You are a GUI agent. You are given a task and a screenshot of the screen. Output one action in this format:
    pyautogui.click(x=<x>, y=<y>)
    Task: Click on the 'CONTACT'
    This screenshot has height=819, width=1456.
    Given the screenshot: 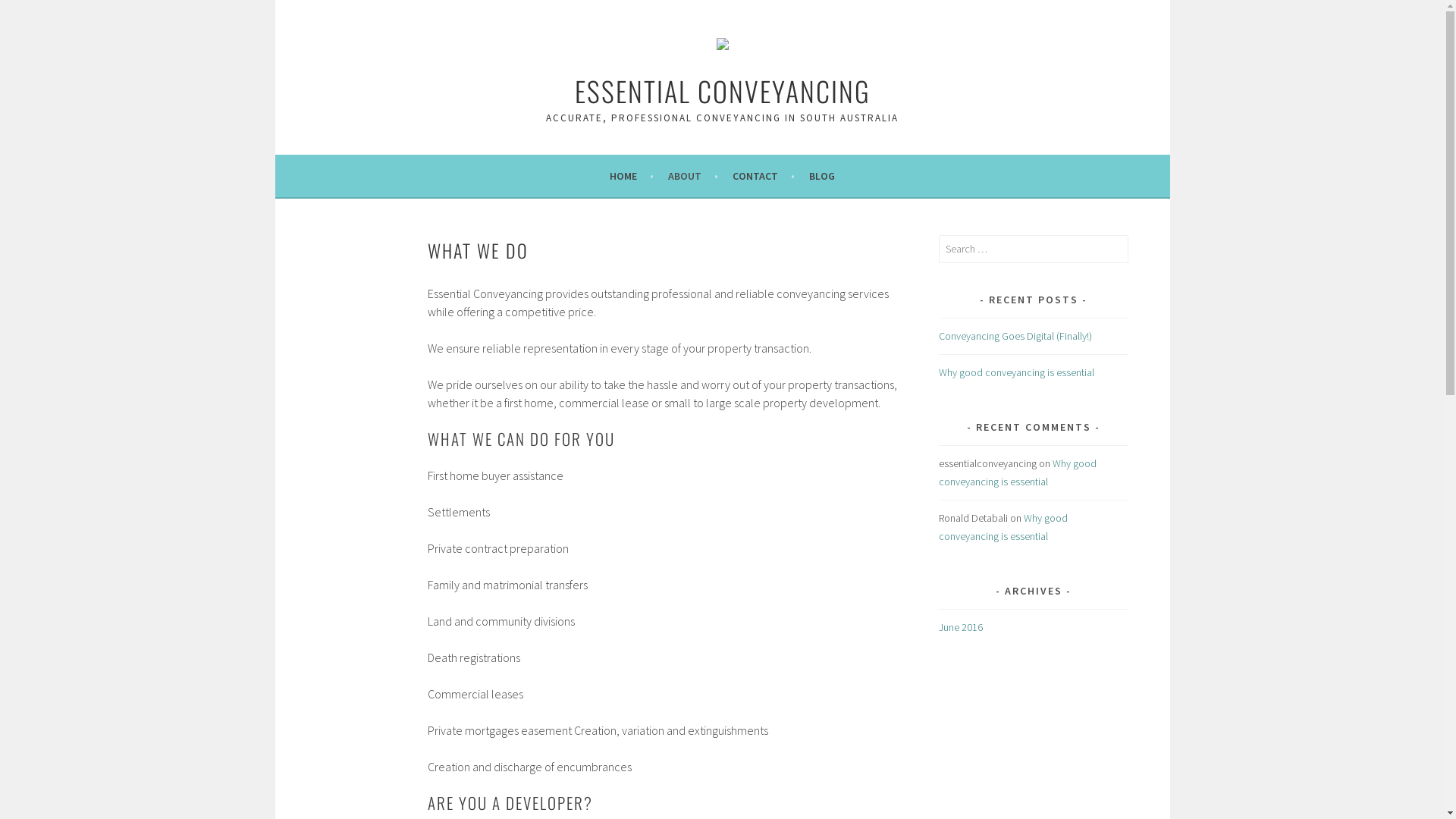 What is the action you would take?
    pyautogui.click(x=764, y=174)
    